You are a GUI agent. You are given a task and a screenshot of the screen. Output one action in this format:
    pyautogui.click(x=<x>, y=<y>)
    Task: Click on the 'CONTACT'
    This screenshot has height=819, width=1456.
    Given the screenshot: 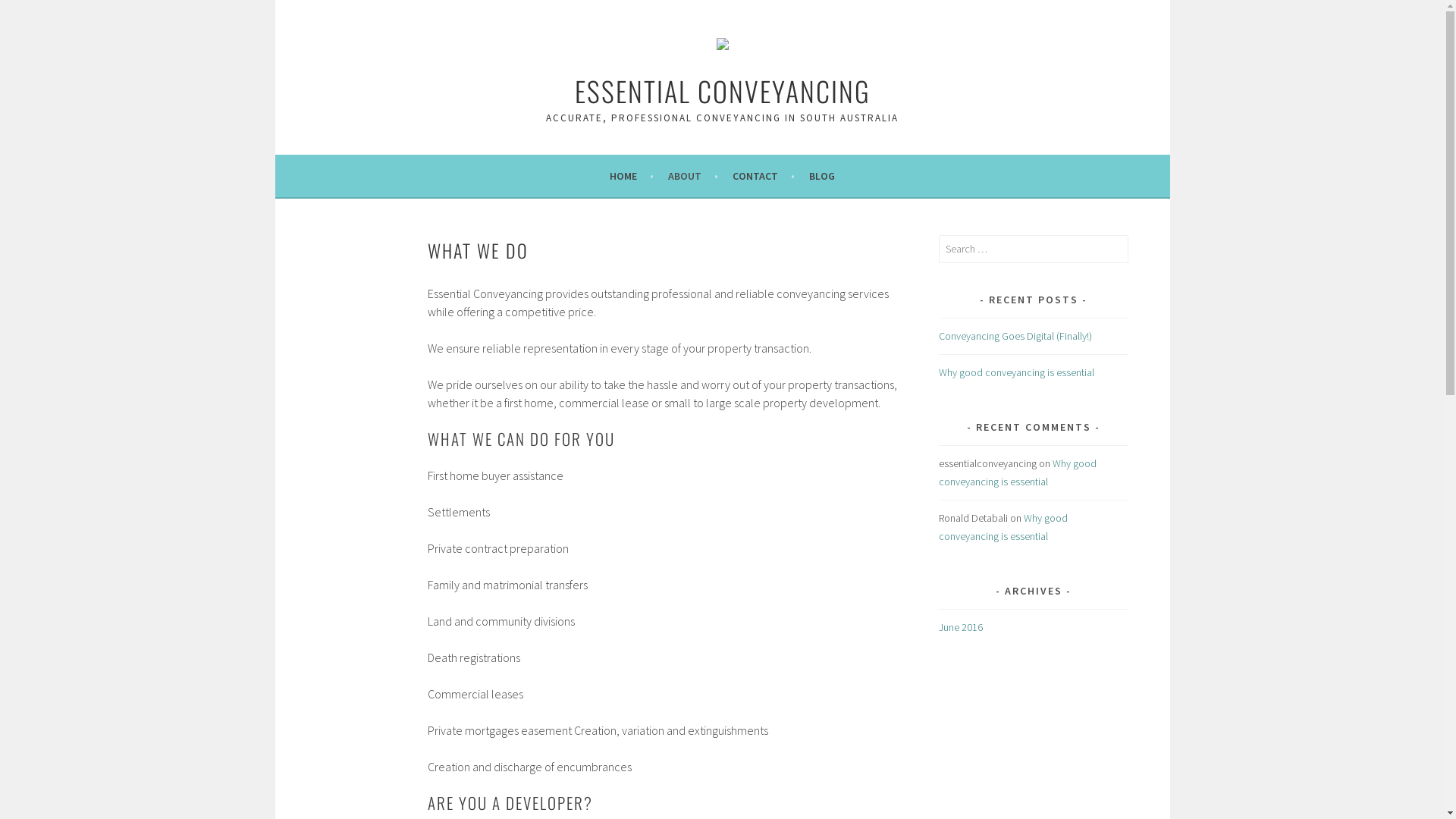 What is the action you would take?
    pyautogui.click(x=764, y=174)
    